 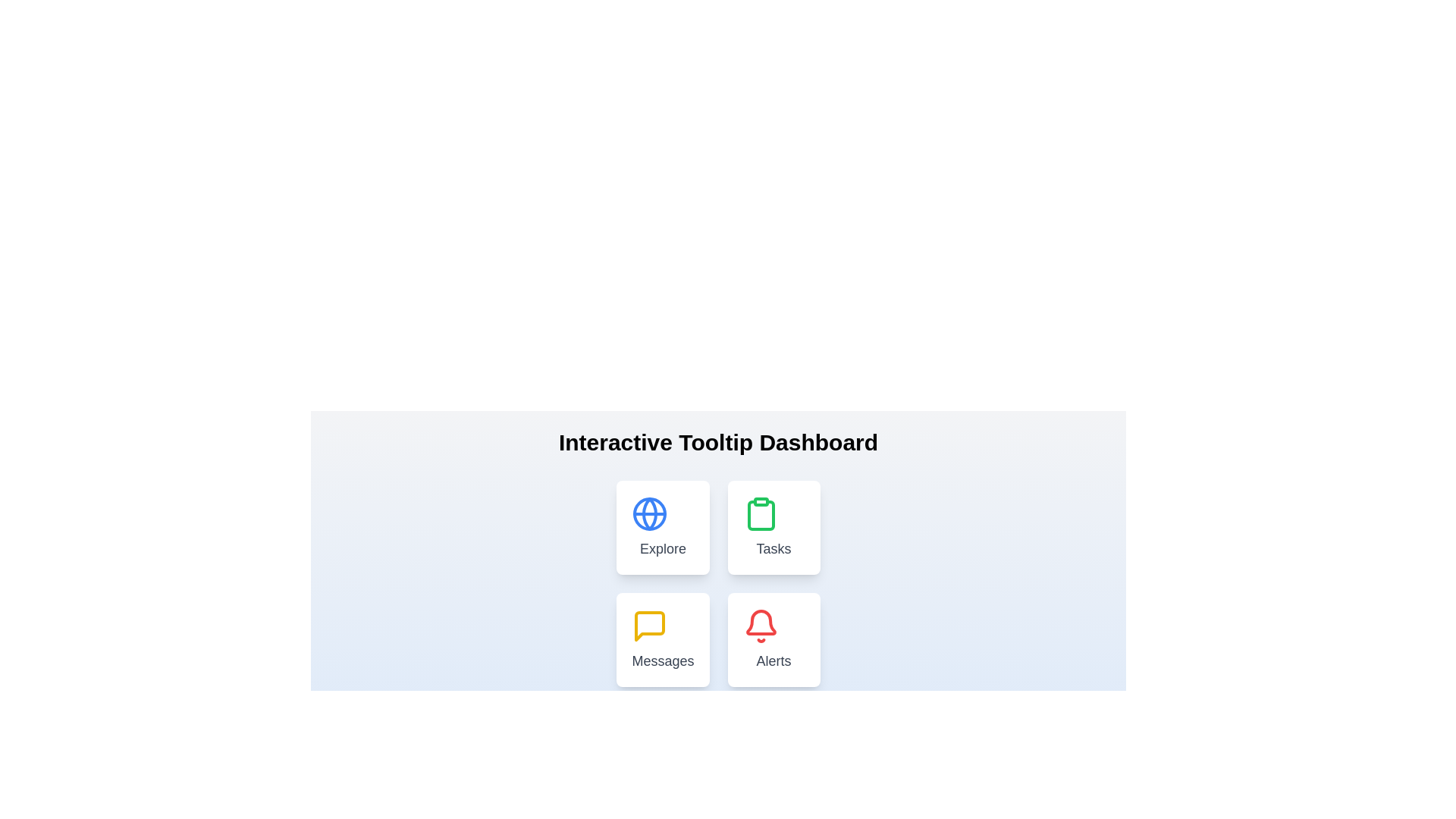 What do you see at coordinates (761, 502) in the screenshot?
I see `the decorative rectangle with a green stroke at the top-left corner of the 'Tasks' icon to trigger related icon interactions` at bounding box center [761, 502].